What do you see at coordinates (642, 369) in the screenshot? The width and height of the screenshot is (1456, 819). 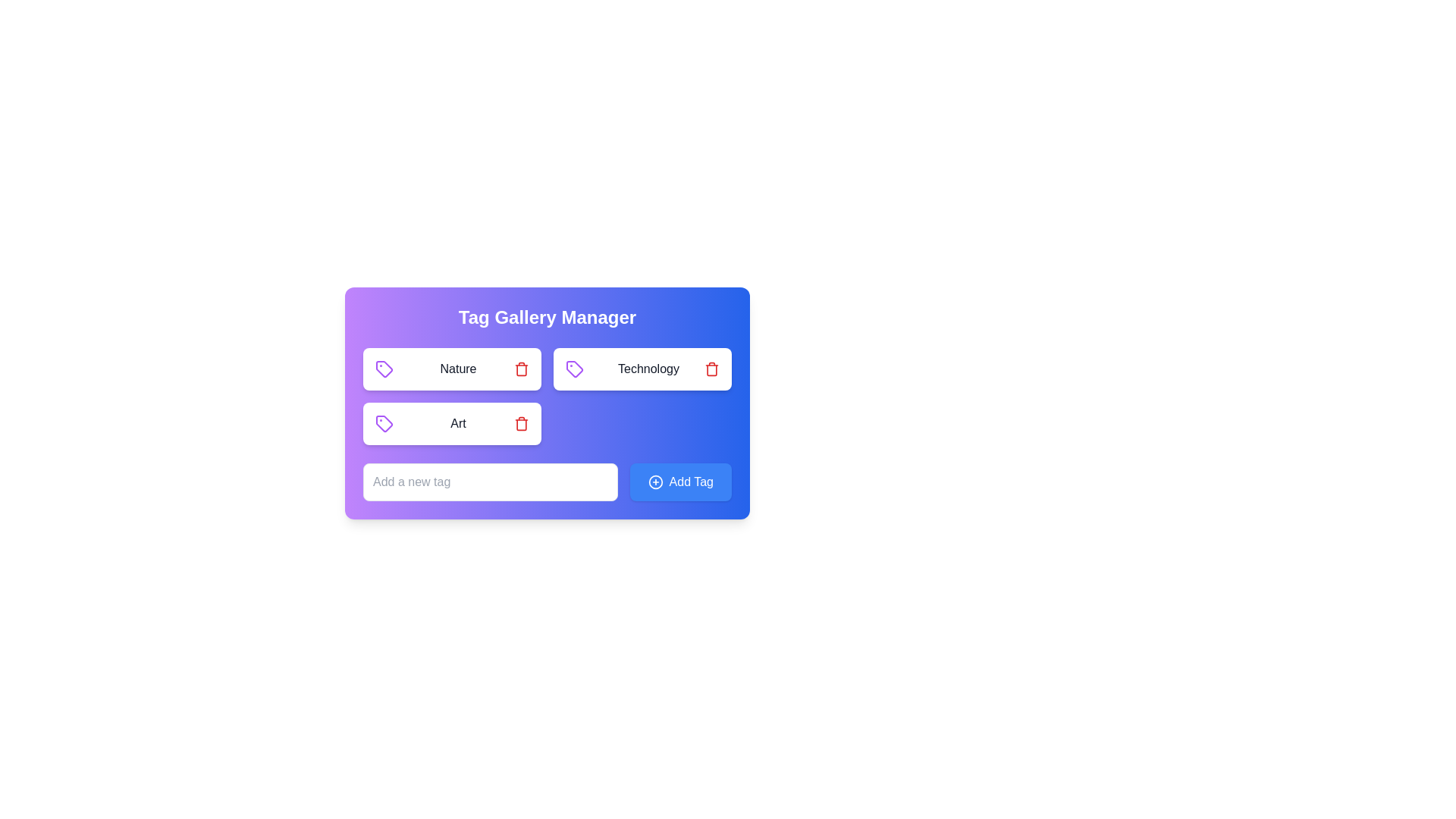 I see `the details of the 'Technology' card, which is located in the second column of the grid layout, directly to the right of the 'Nature' card and above the 'Art' card` at bounding box center [642, 369].